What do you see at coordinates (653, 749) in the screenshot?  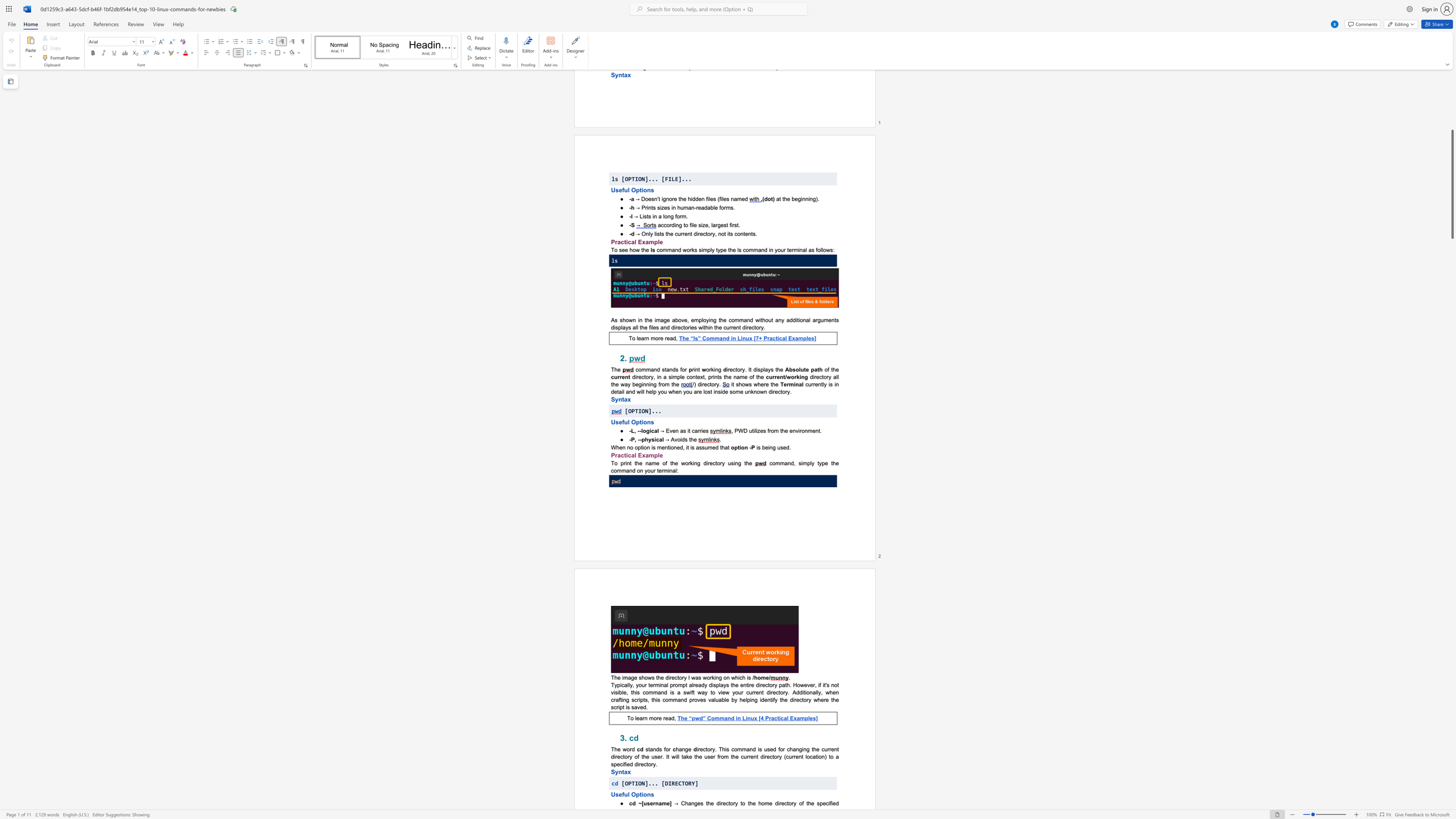 I see `the subset text "nds f" within the text "stands for"` at bounding box center [653, 749].